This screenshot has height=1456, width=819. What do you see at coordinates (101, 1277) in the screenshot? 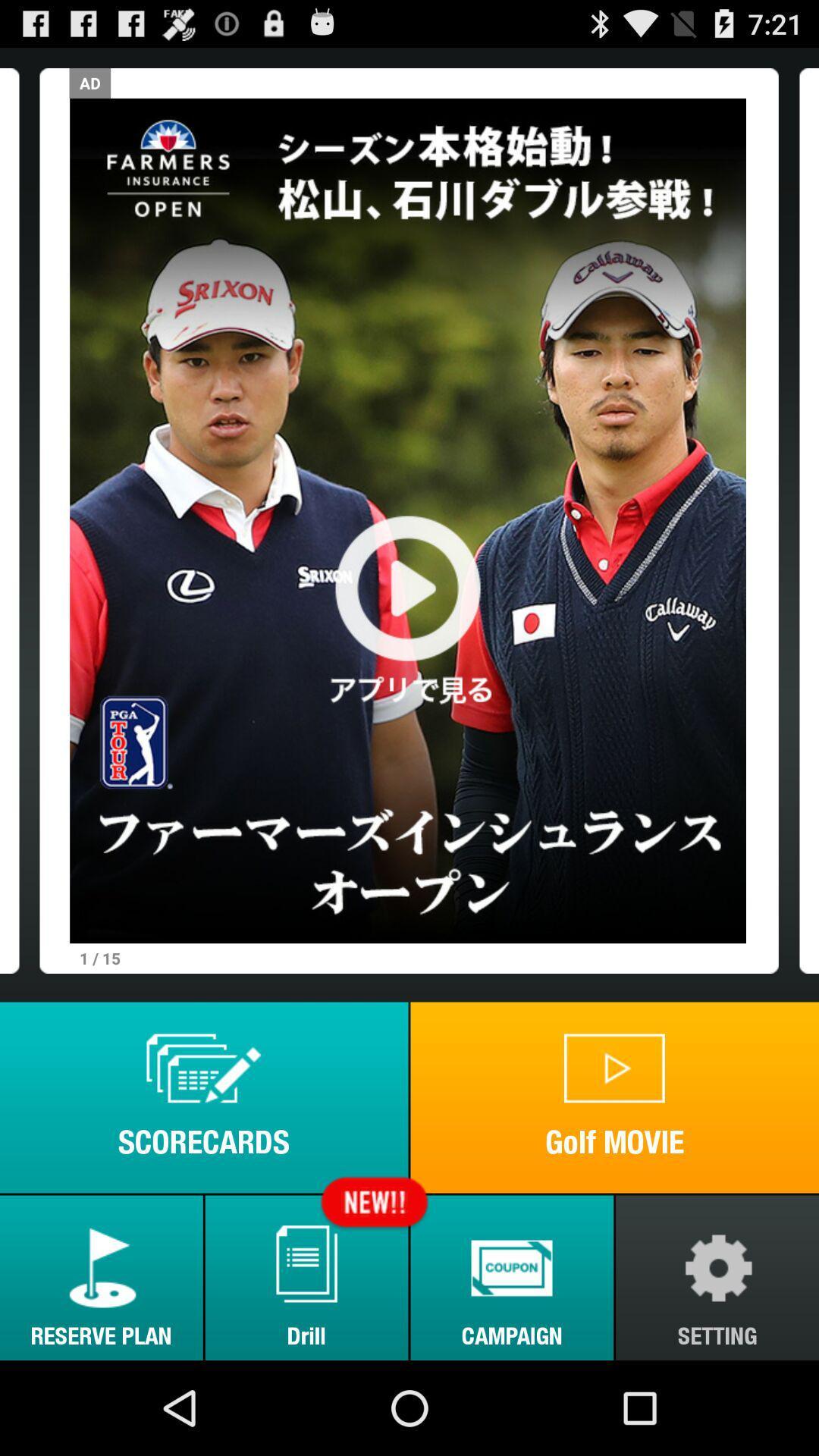
I see `item to the left of the drill item` at bounding box center [101, 1277].